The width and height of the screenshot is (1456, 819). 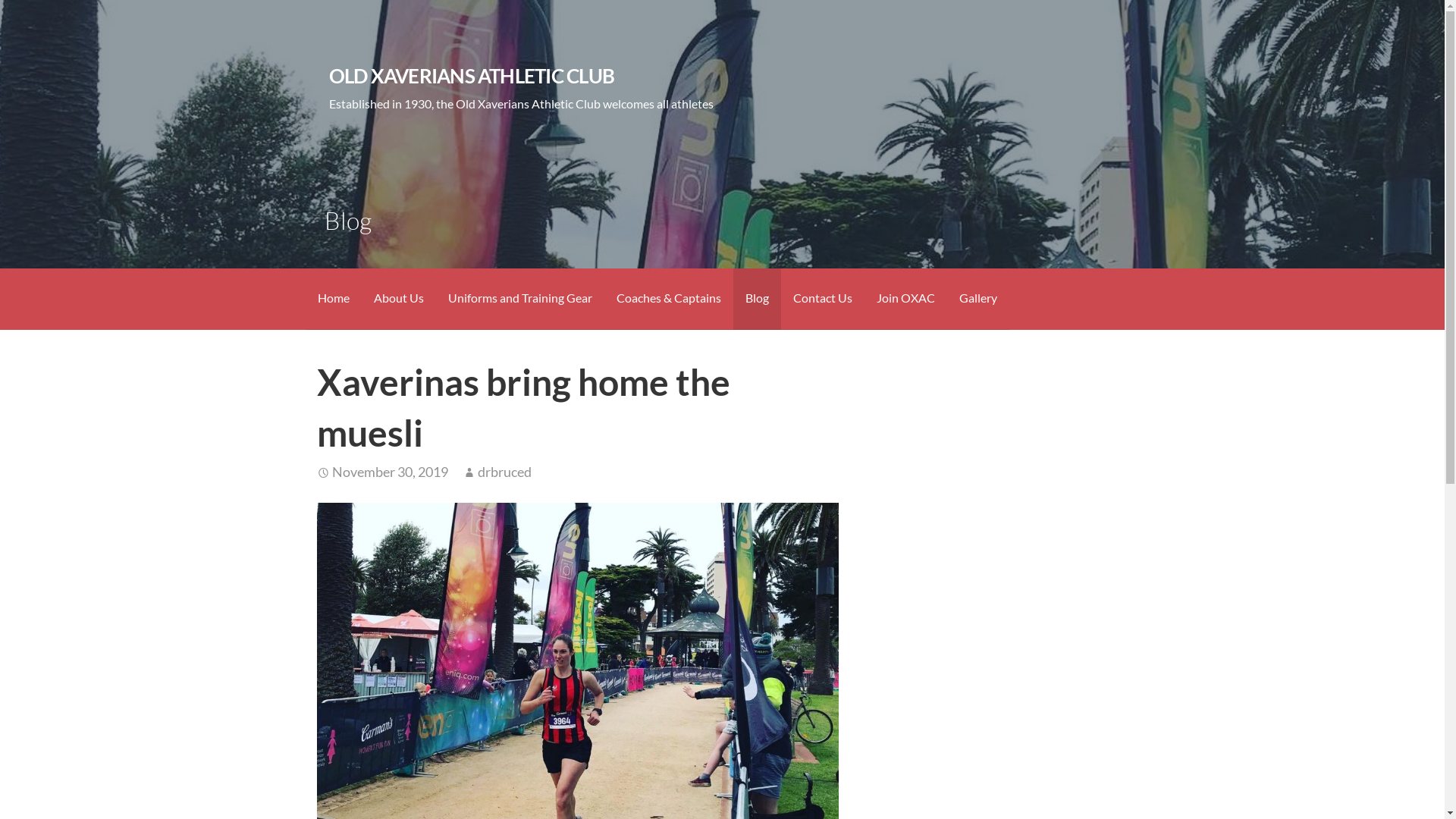 What do you see at coordinates (756, 299) in the screenshot?
I see `'Blog'` at bounding box center [756, 299].